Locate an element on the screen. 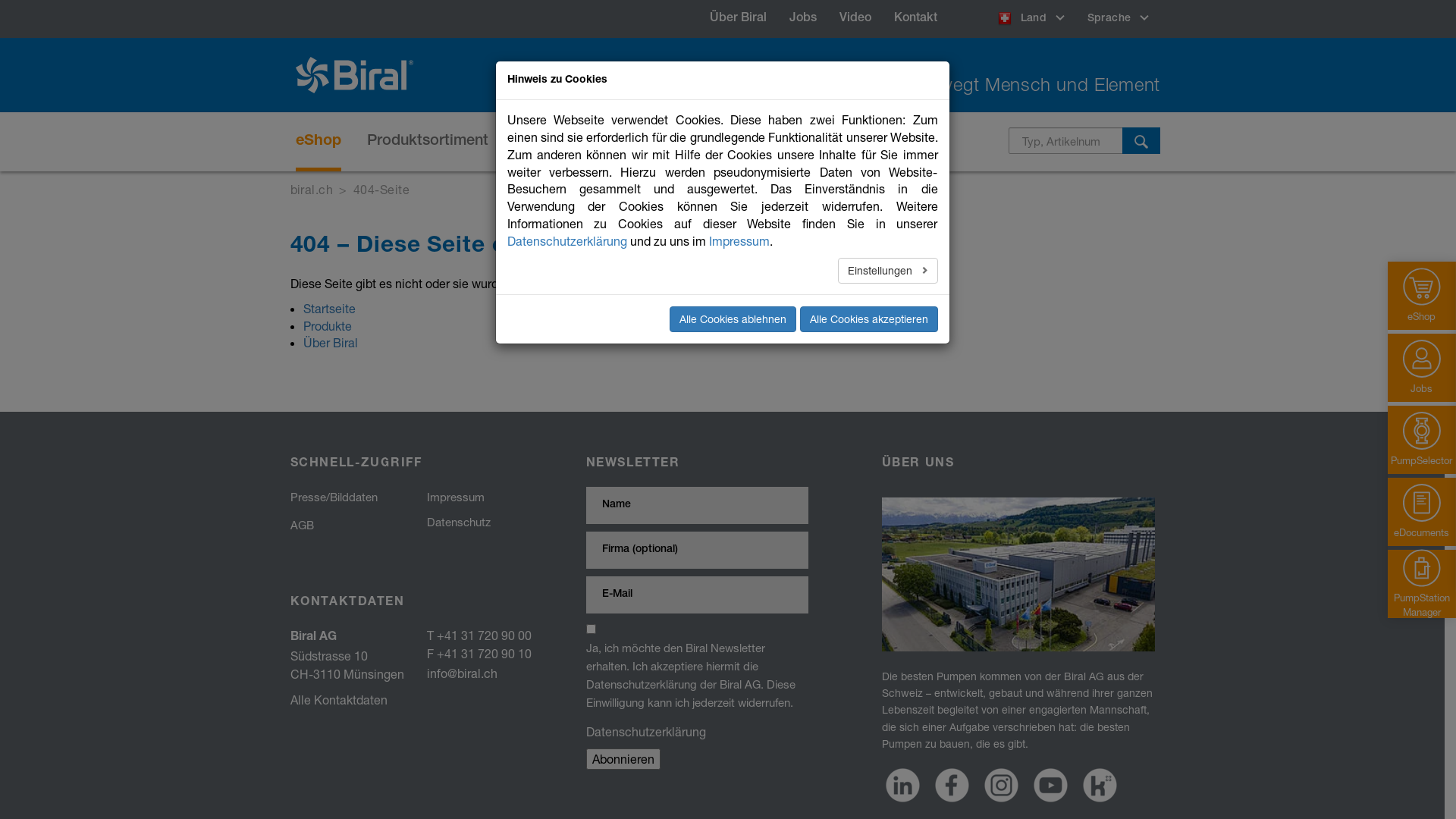 The image size is (1456, 819). 'Impressum' is located at coordinates (739, 240).